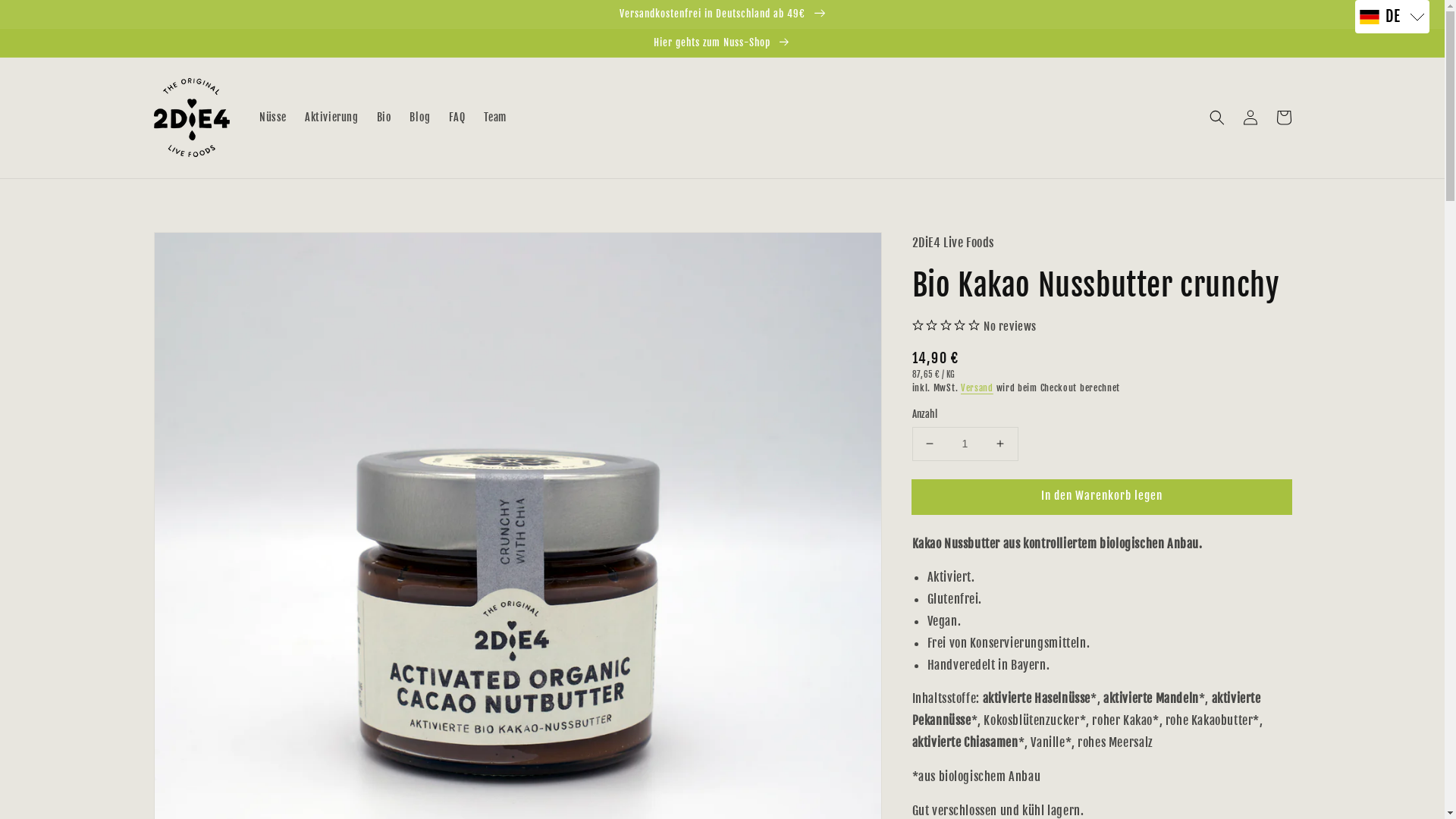  I want to click on 'Team', so click(494, 116).